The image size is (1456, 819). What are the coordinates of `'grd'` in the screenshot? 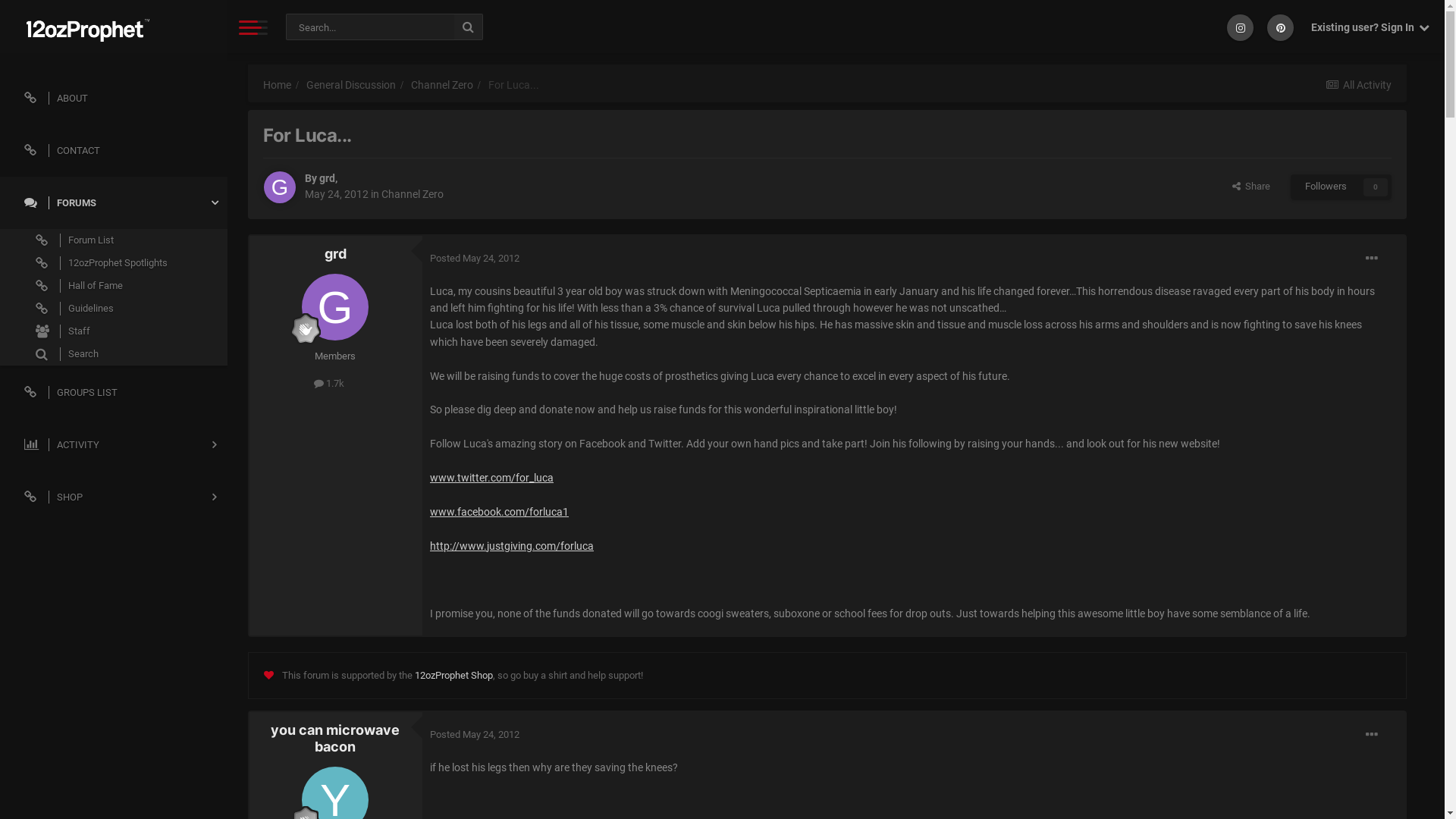 It's located at (334, 253).